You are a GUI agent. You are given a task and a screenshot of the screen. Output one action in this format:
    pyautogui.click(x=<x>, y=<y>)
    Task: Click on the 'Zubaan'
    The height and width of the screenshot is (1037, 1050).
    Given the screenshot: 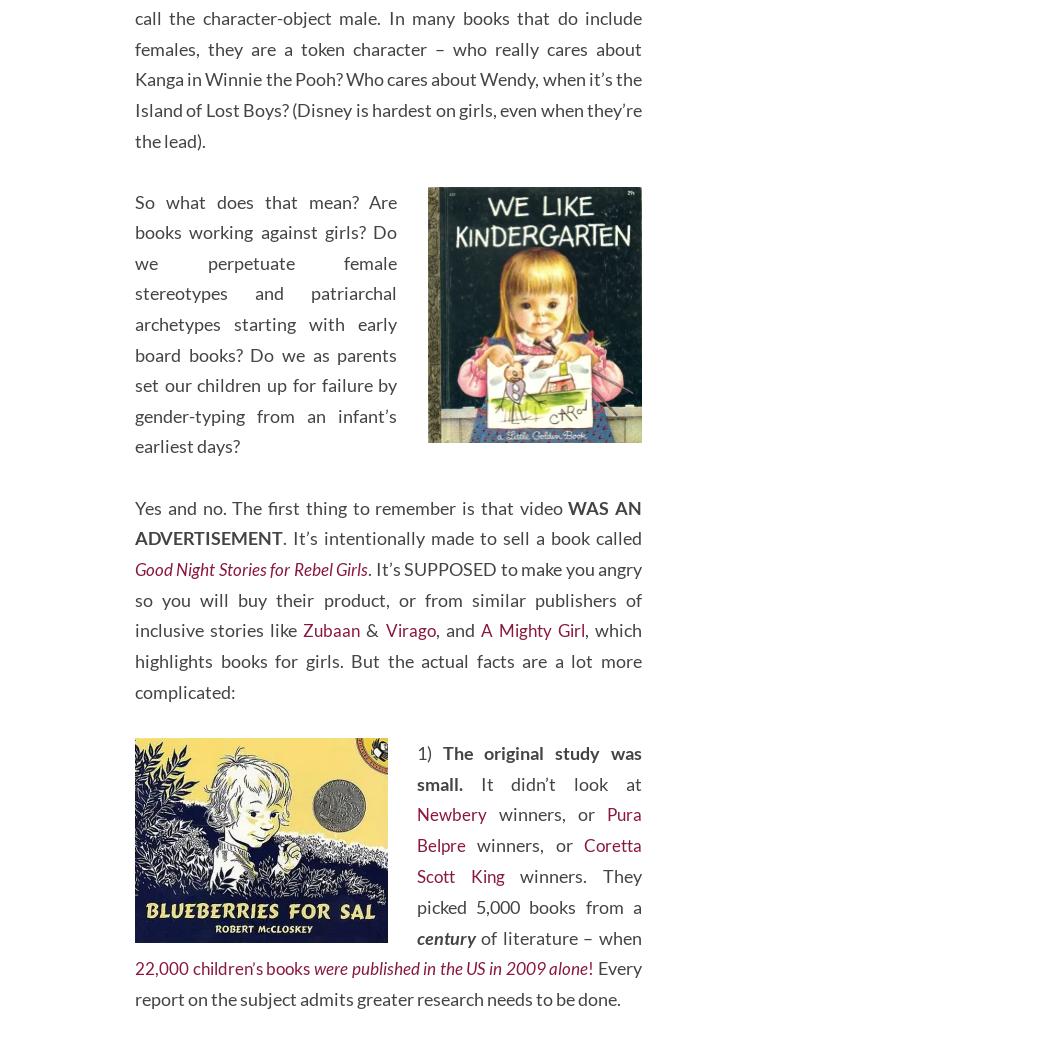 What is the action you would take?
    pyautogui.click(x=332, y=659)
    